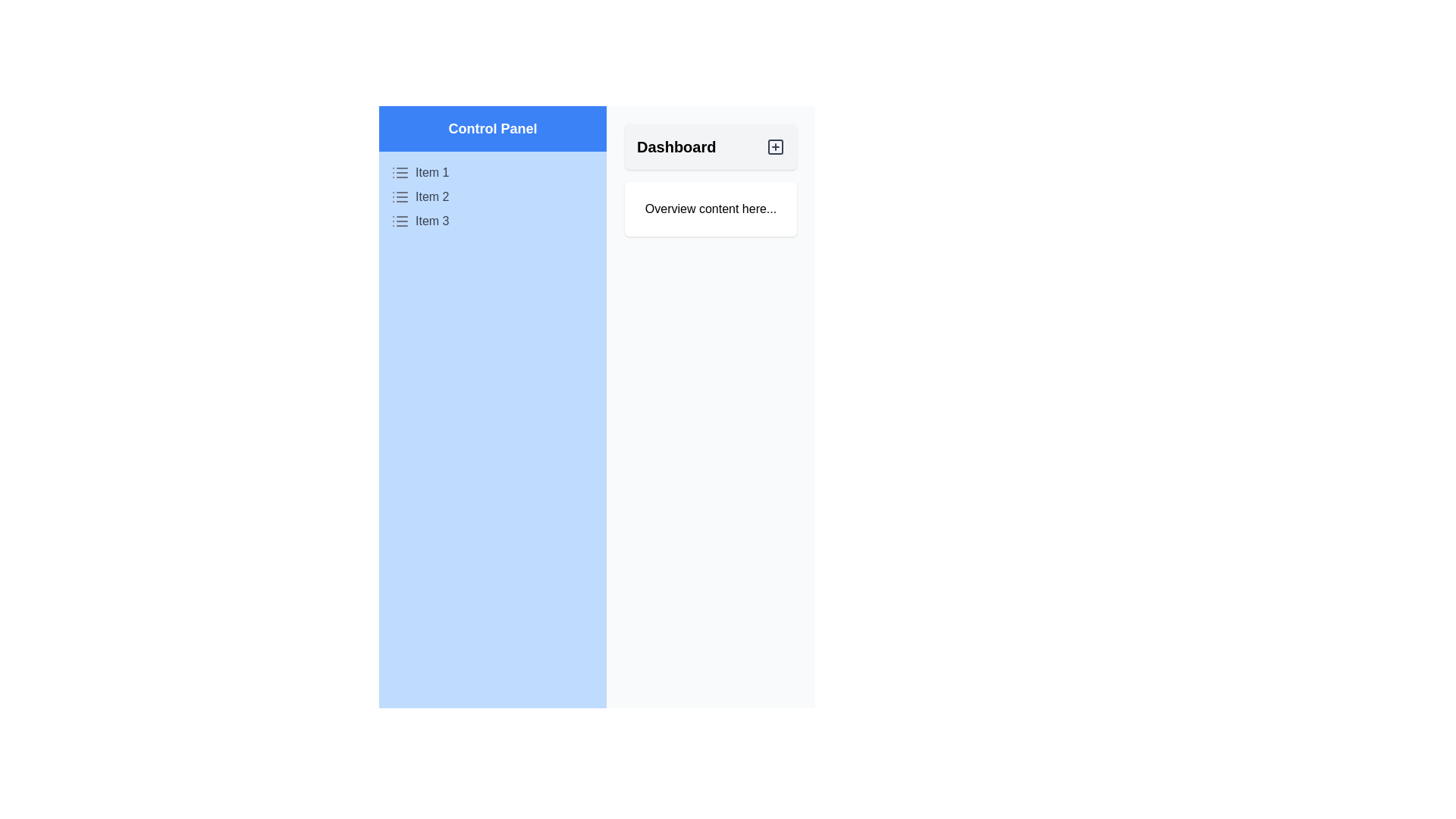 The height and width of the screenshot is (819, 1456). What do you see at coordinates (775, 146) in the screenshot?
I see `the Dashboard button icon located at the top right of the main content area` at bounding box center [775, 146].